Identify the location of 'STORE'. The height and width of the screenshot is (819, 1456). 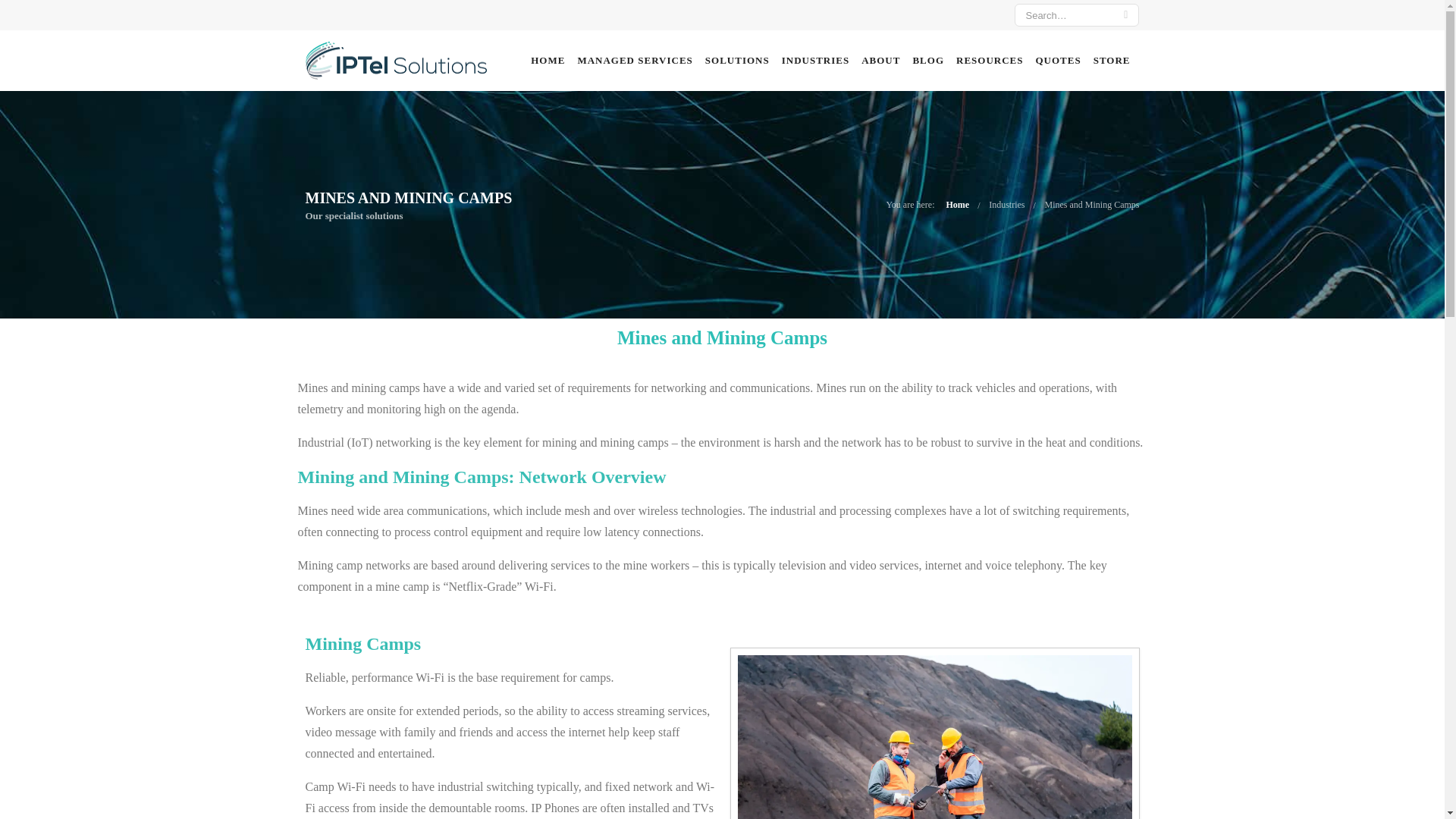
(1112, 60).